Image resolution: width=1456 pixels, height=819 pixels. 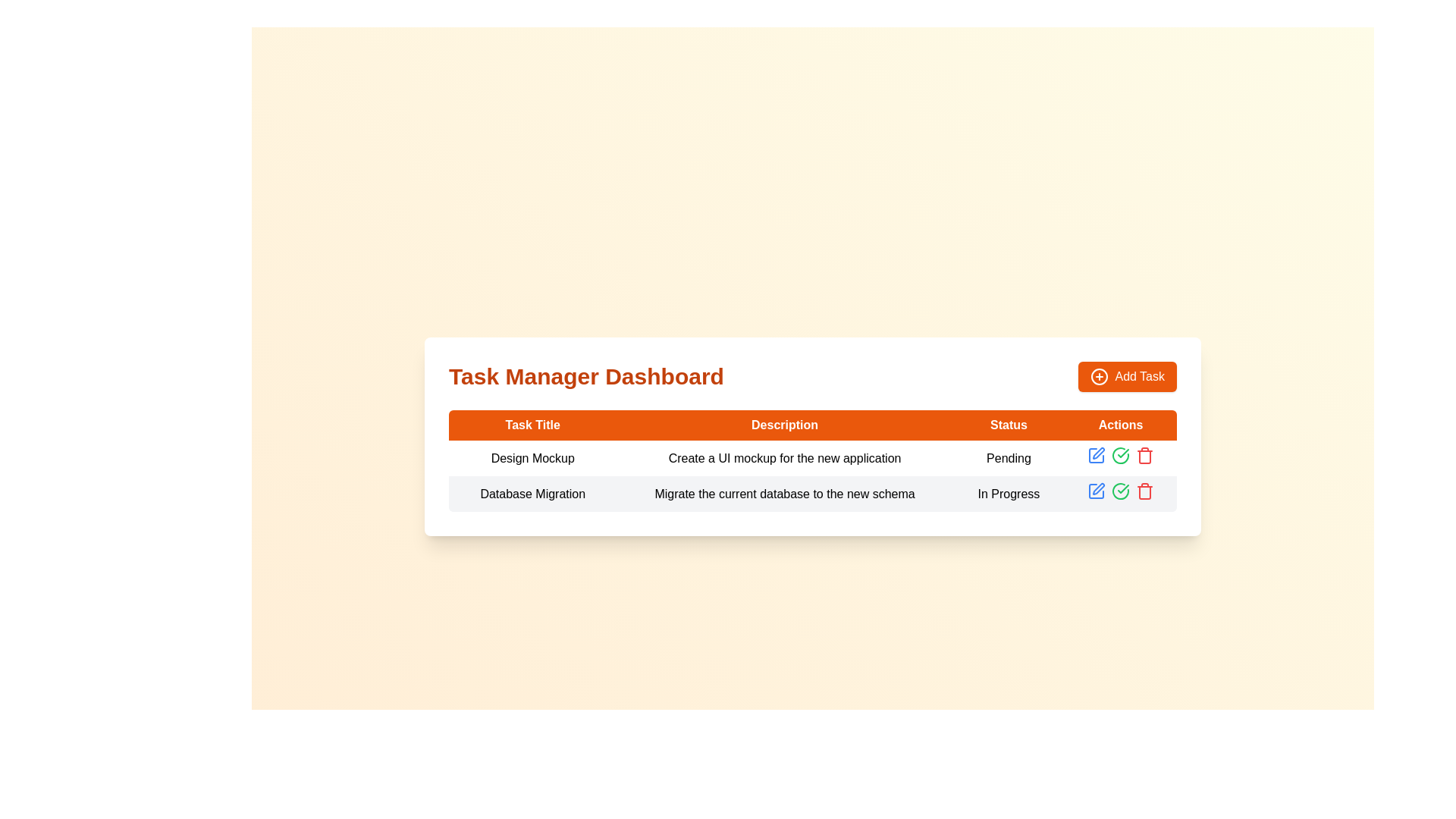 I want to click on the decorative graphic element located in the rightmost column of the 'Actions' section of the task manager interface, corresponding to the second task row, so click(x=1097, y=491).